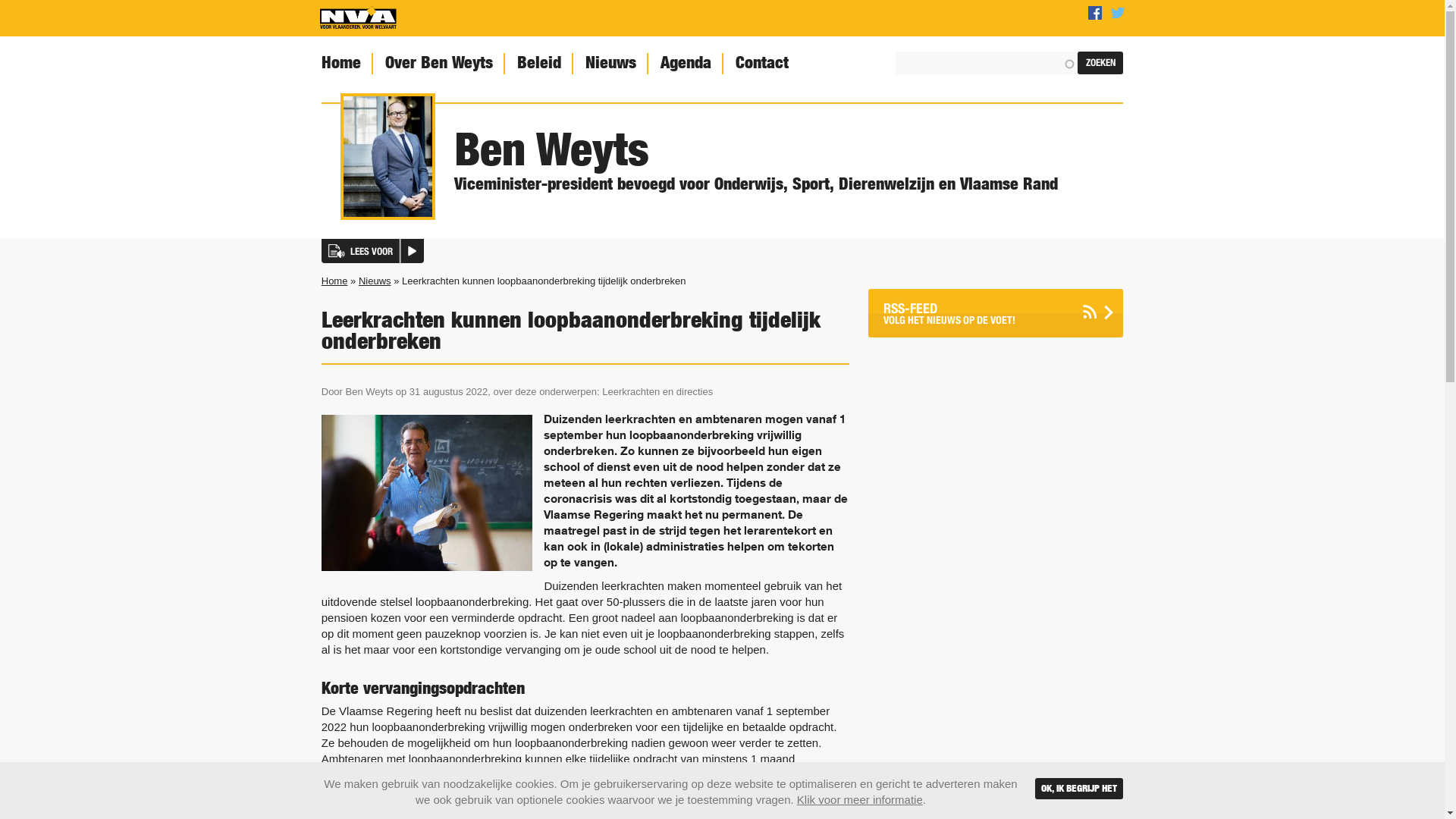  I want to click on '(c) iStock', so click(320, 491).